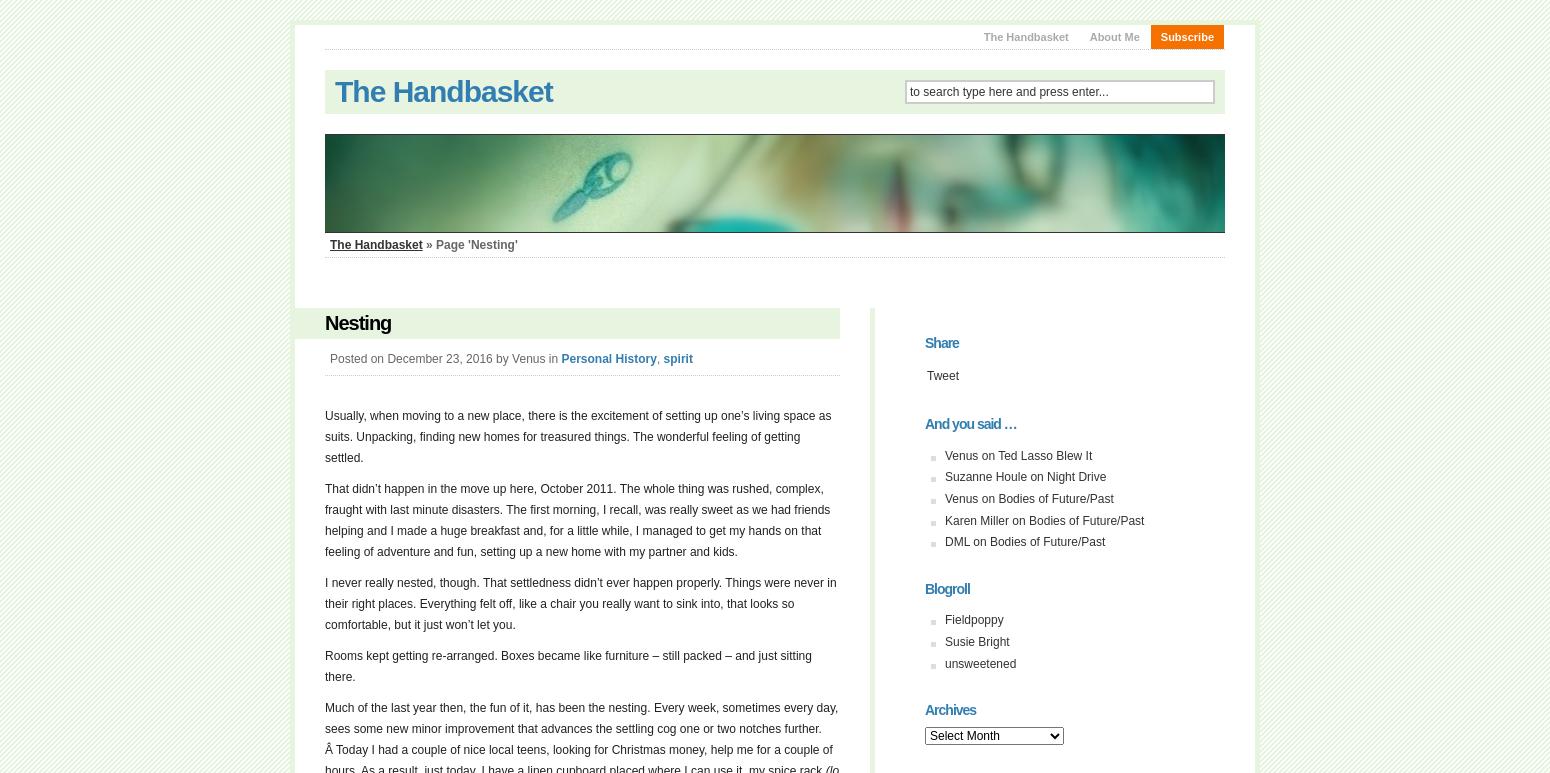 Image resolution: width=1550 pixels, height=773 pixels. What do you see at coordinates (940, 341) in the screenshot?
I see `'Share'` at bounding box center [940, 341].